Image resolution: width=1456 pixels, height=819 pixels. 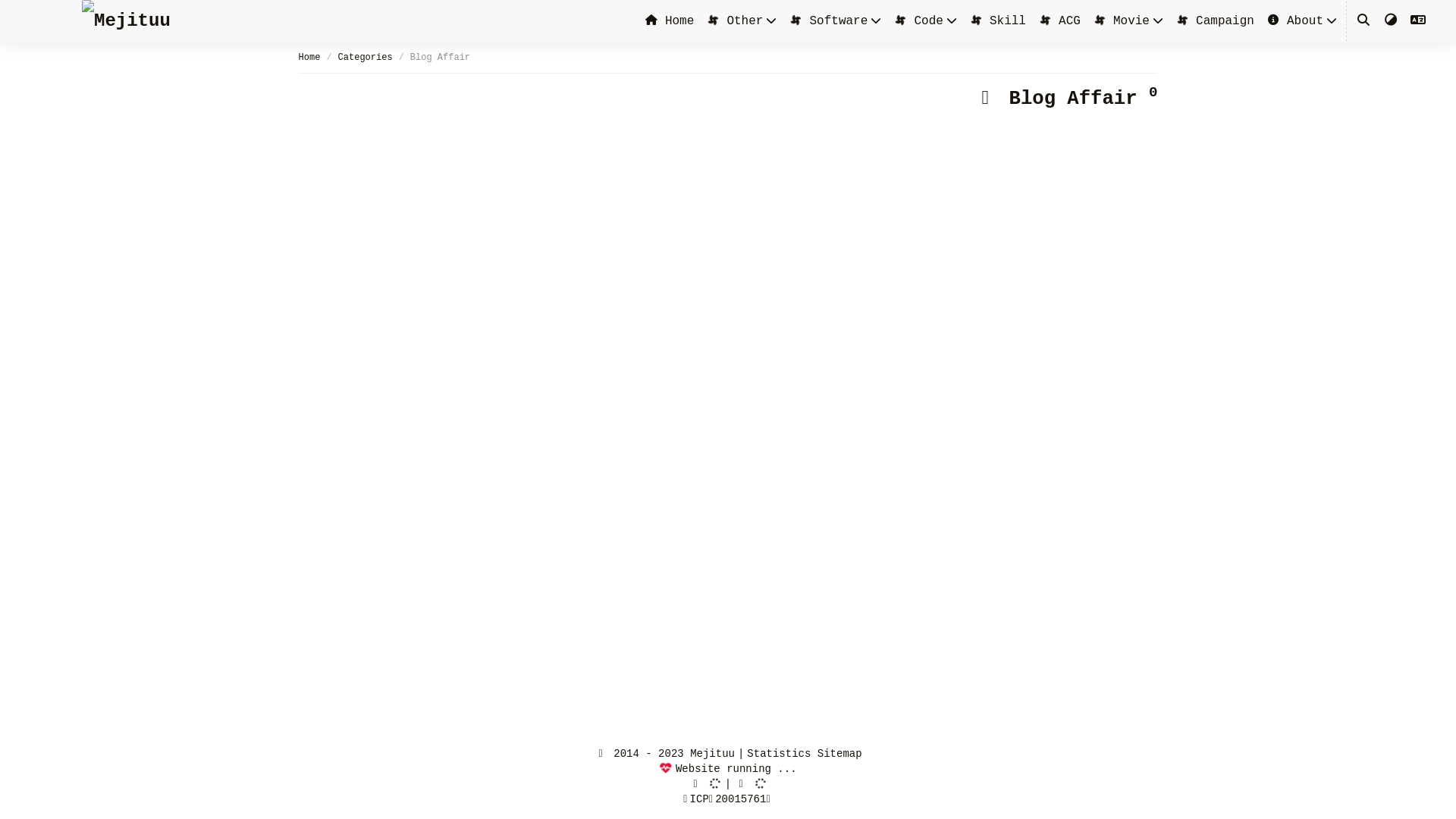 What do you see at coordinates (1058, 20) in the screenshot?
I see `'ACG'` at bounding box center [1058, 20].